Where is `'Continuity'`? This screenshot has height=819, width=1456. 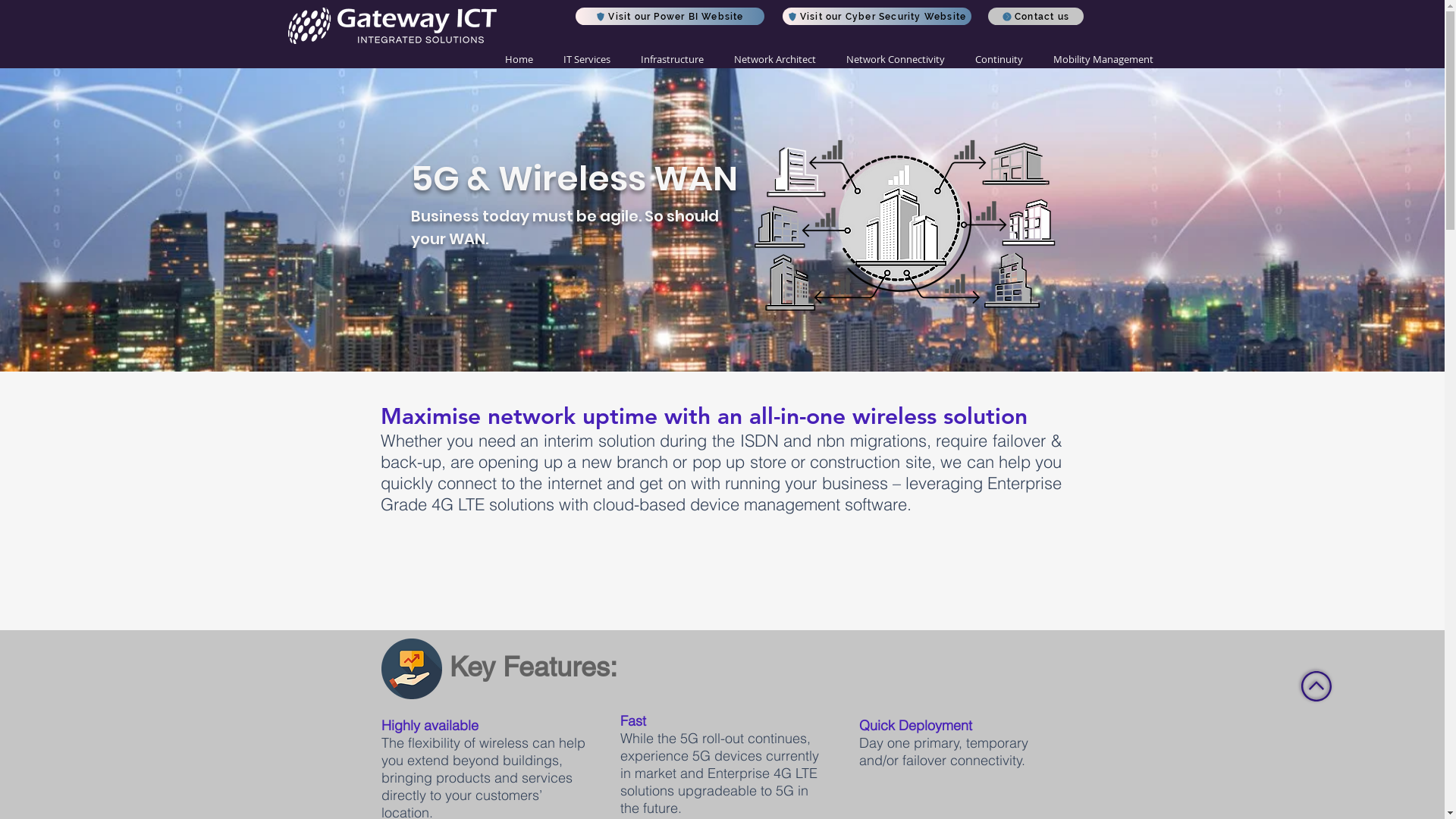 'Continuity' is located at coordinates (999, 58).